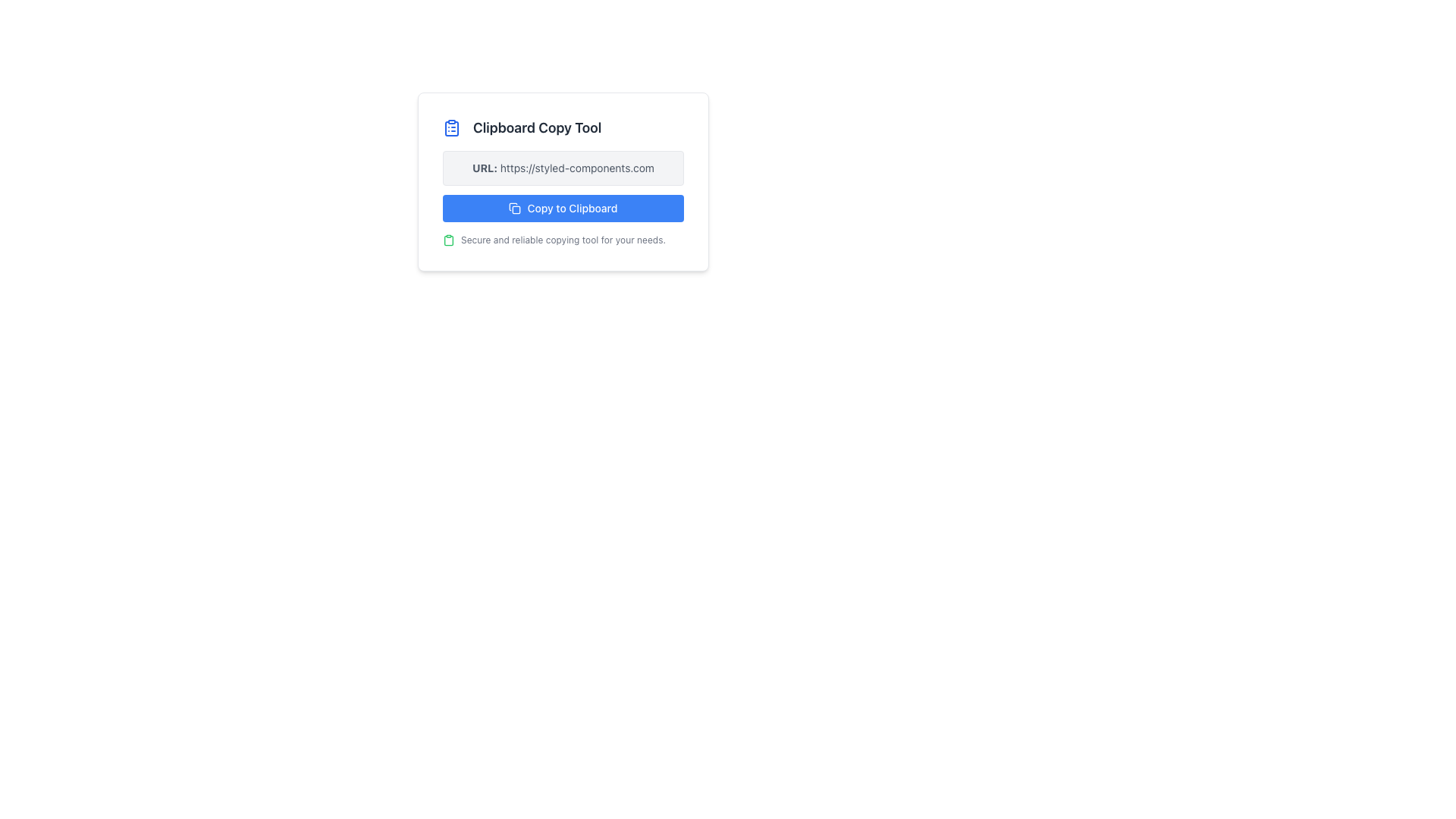 Image resolution: width=1456 pixels, height=819 pixels. Describe the element at coordinates (447, 239) in the screenshot. I see `the clipboard icon` at that location.